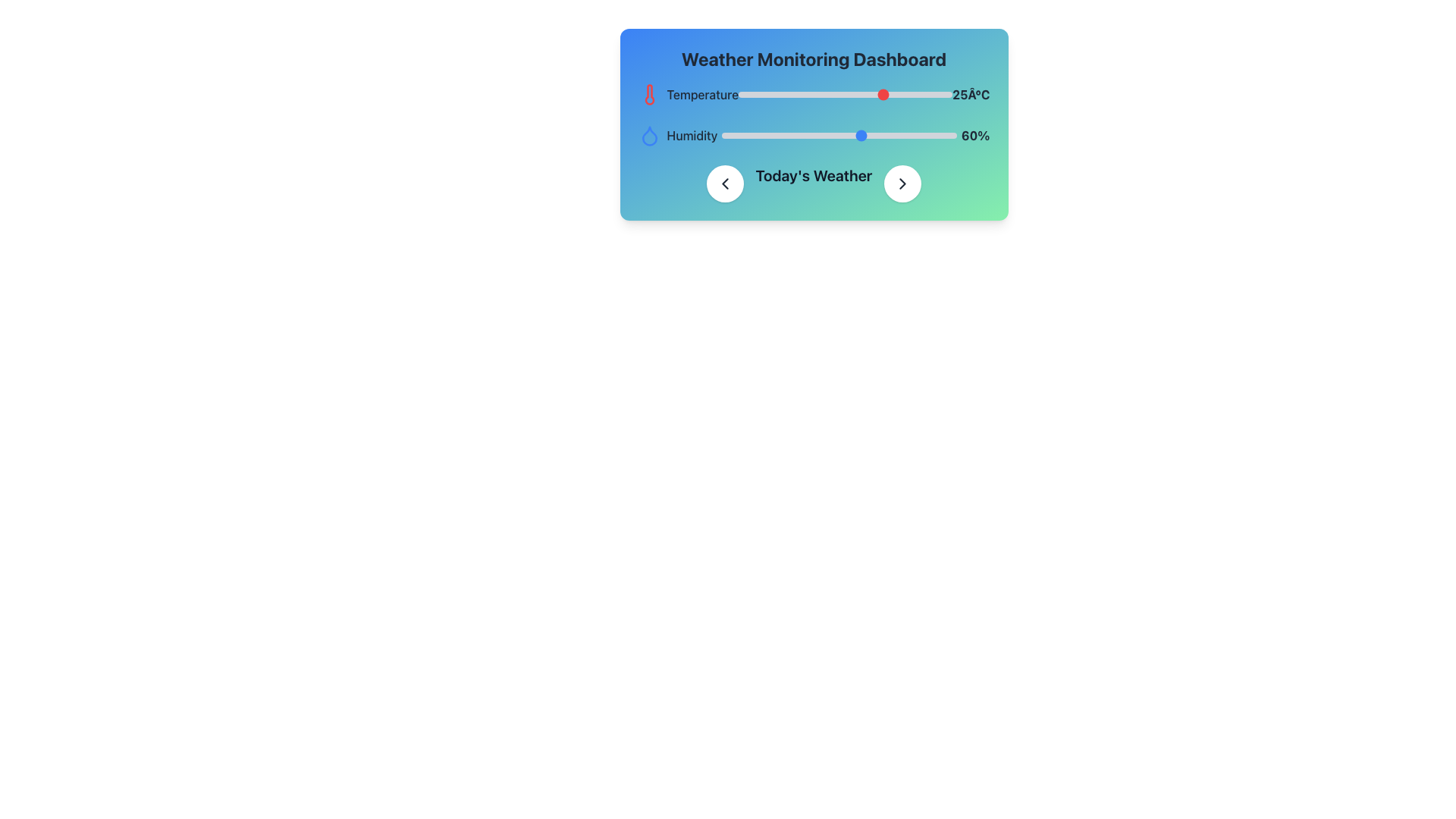  I want to click on the humidity slider, so click(893, 134).